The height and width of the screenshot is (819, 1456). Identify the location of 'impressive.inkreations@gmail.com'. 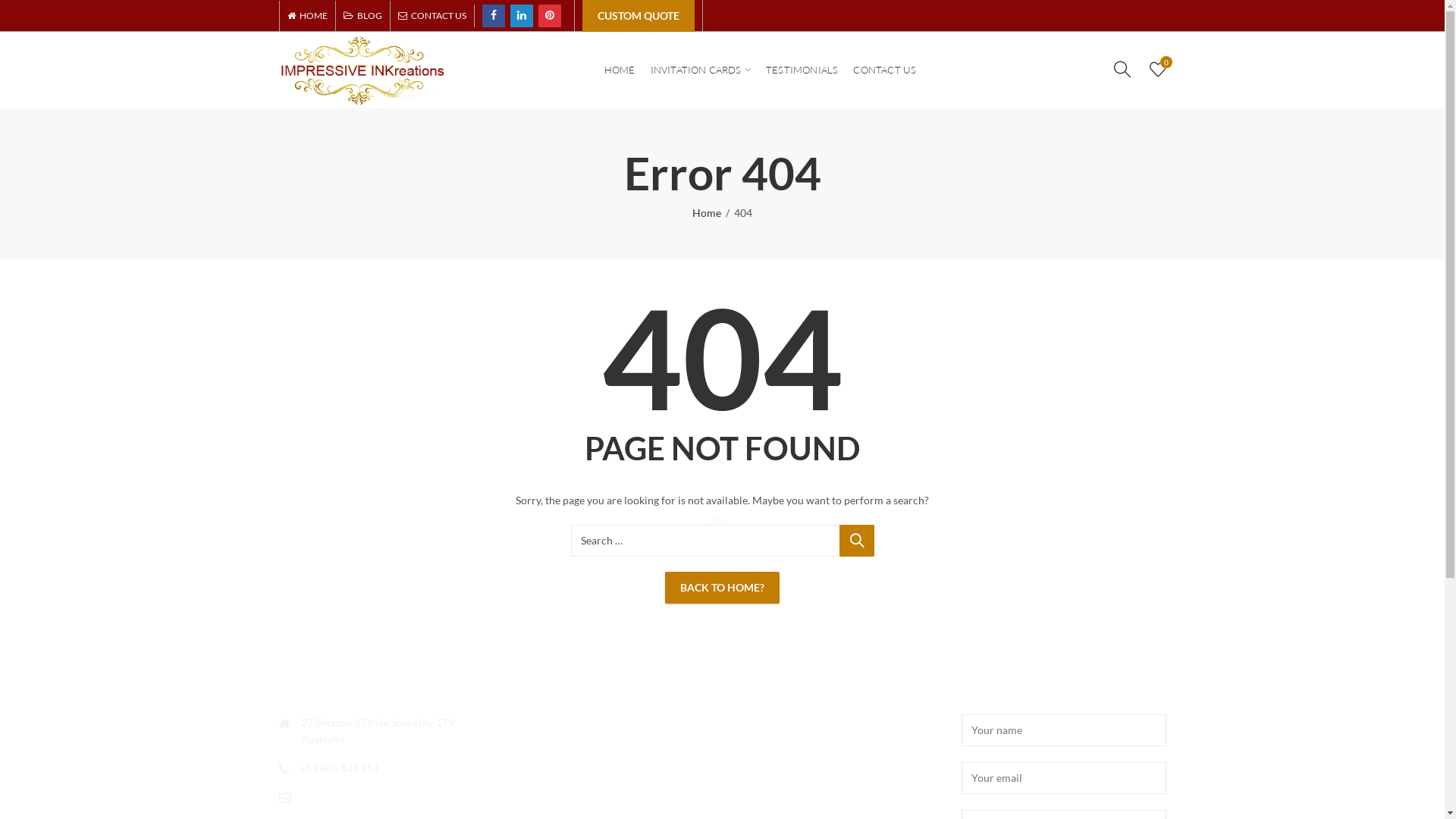
(302, 795).